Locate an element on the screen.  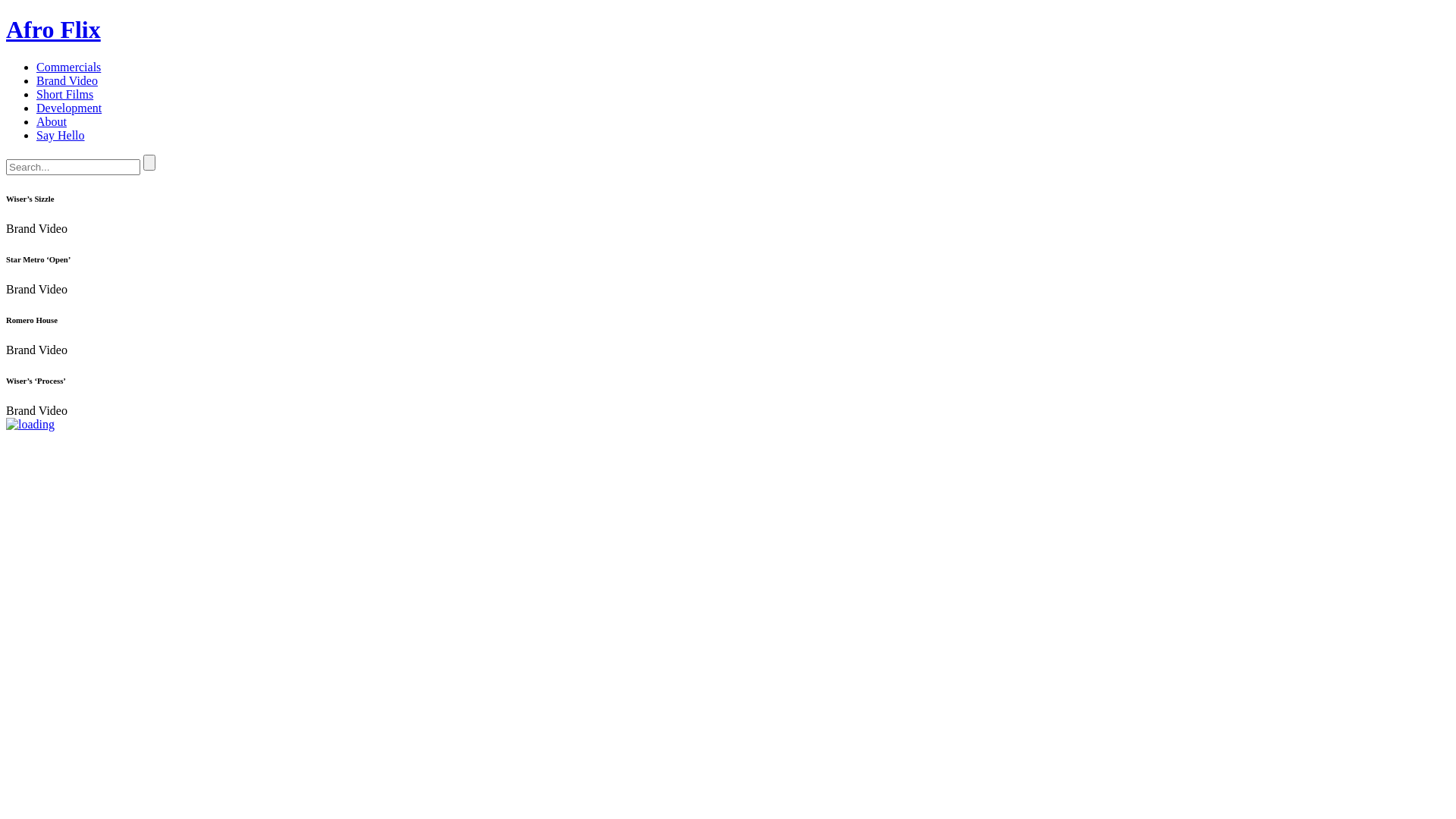
'Brand Video' is located at coordinates (66, 80).